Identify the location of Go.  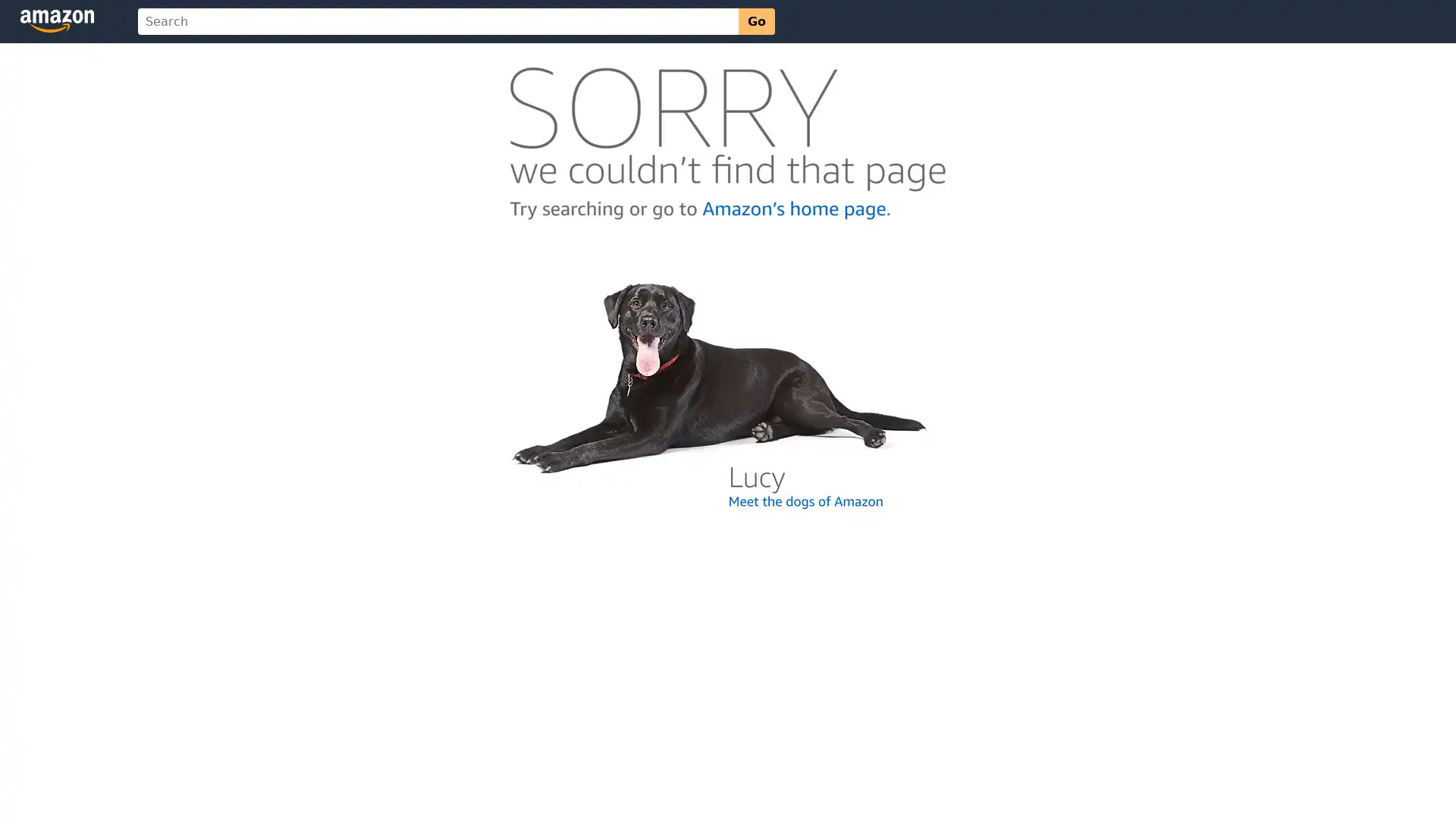
(757, 21).